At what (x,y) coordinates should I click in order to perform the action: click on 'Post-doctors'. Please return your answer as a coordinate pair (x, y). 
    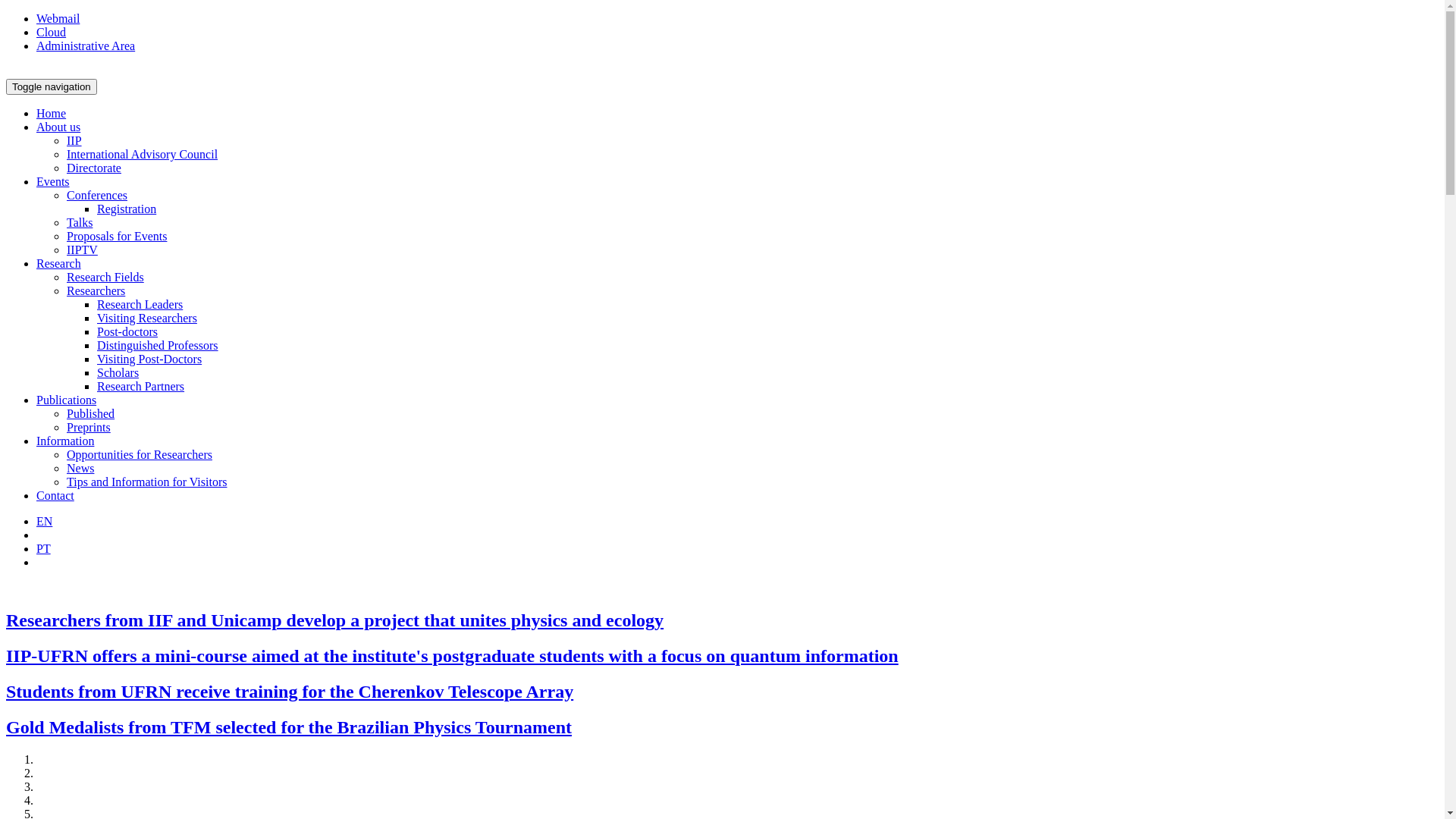
    Looking at the image, I should click on (127, 331).